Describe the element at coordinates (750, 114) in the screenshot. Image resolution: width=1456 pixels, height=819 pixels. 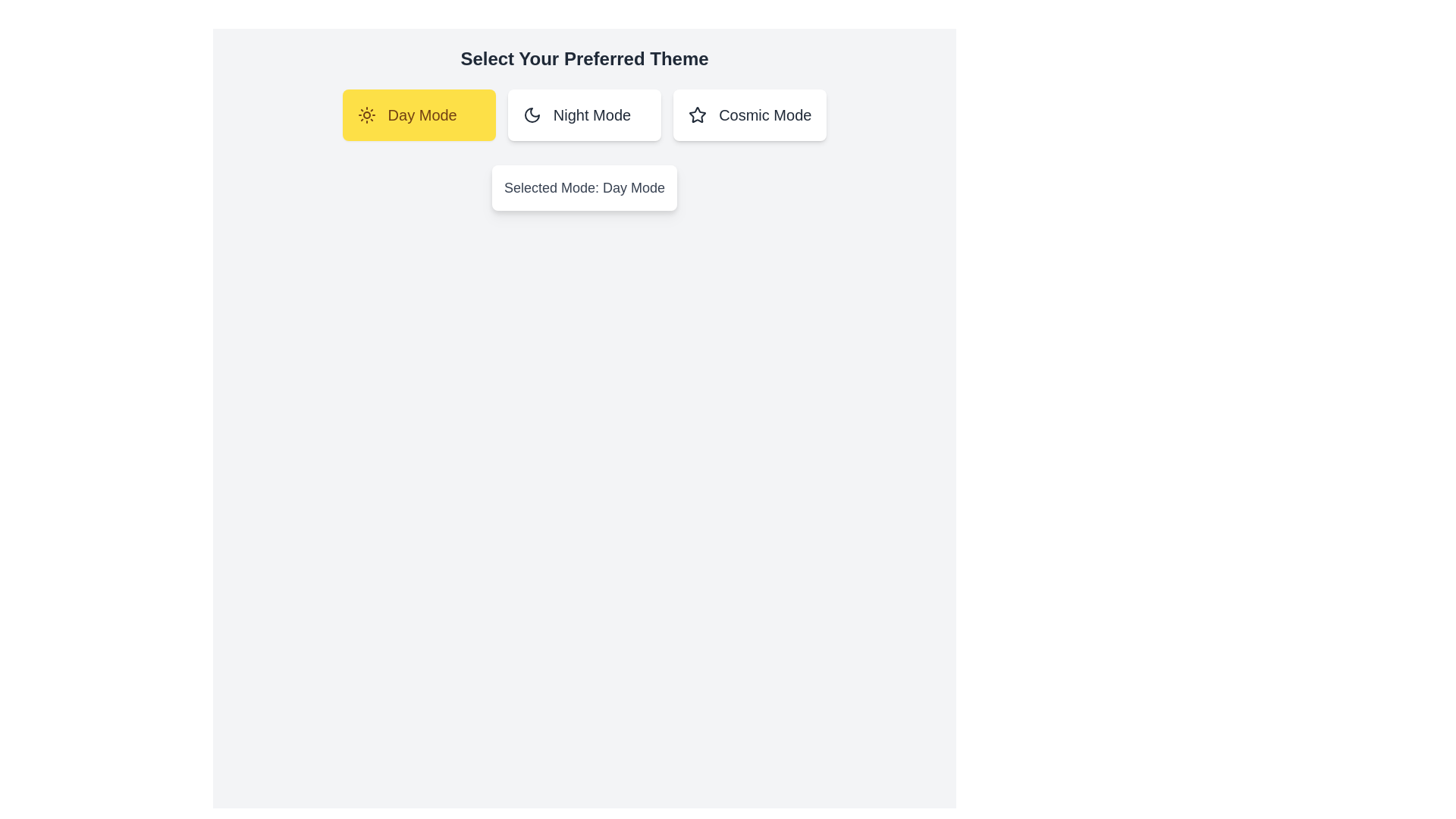
I see `the Cosmic Mode button to observe its hover effect` at that location.